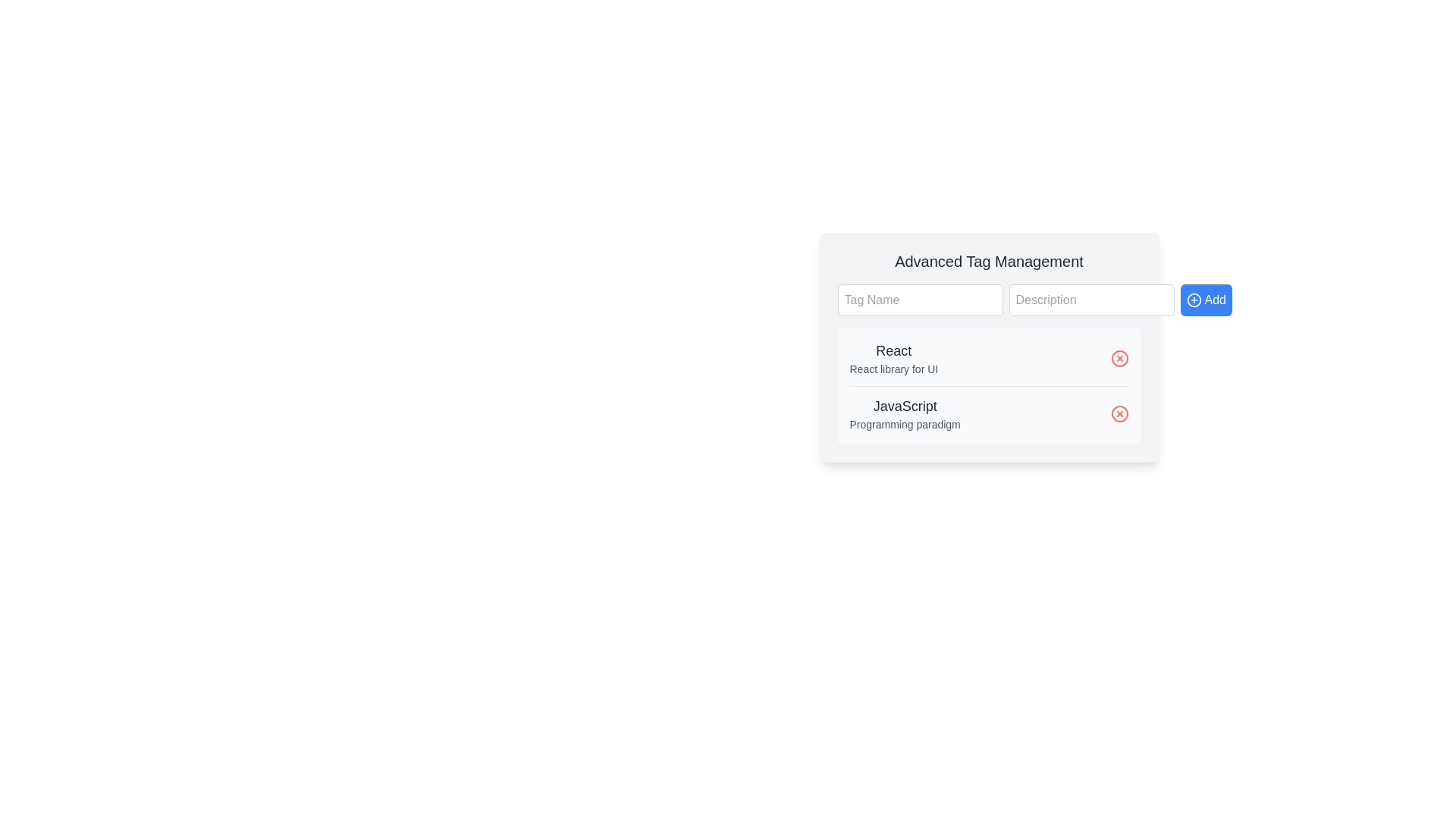 Image resolution: width=1456 pixels, height=819 pixels. What do you see at coordinates (989, 363) in the screenshot?
I see `the first entry in the 'Advanced Tag Management' list, which contains a removable action represented by a red 'X' icon` at bounding box center [989, 363].